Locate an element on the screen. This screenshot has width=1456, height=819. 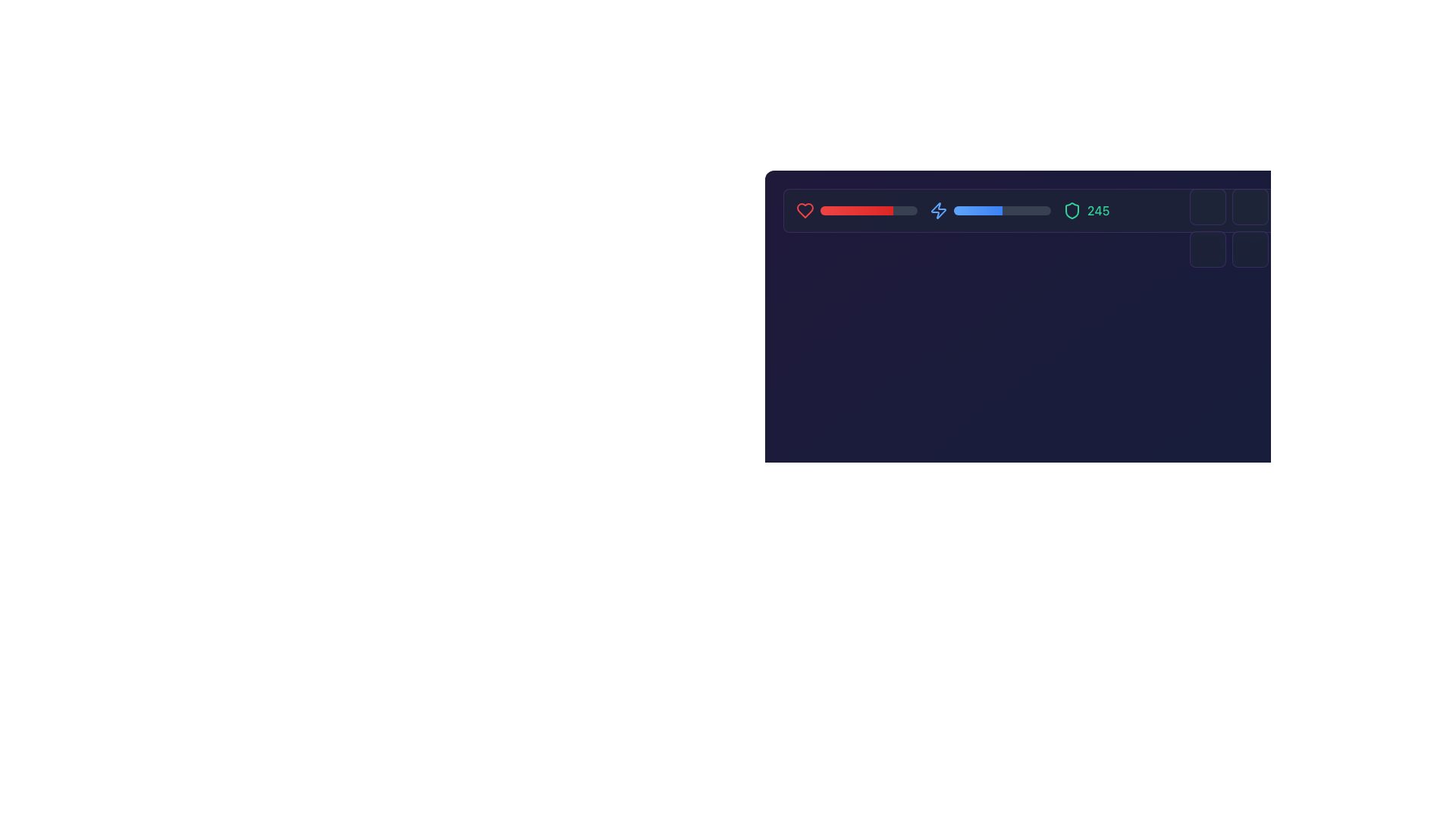
the health bar value is located at coordinates (908, 210).